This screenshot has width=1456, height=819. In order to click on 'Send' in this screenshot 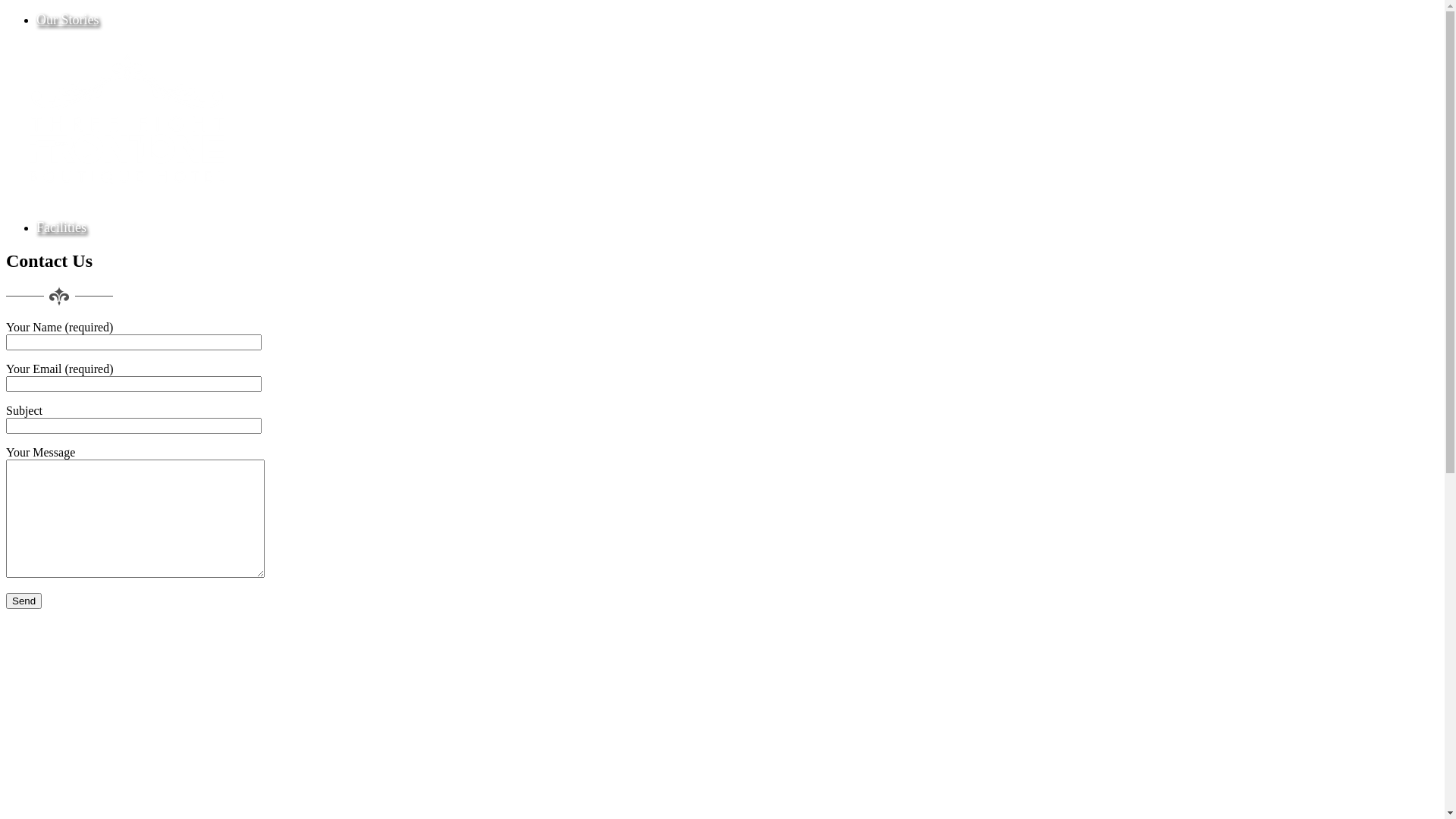, I will do `click(24, 600)`.